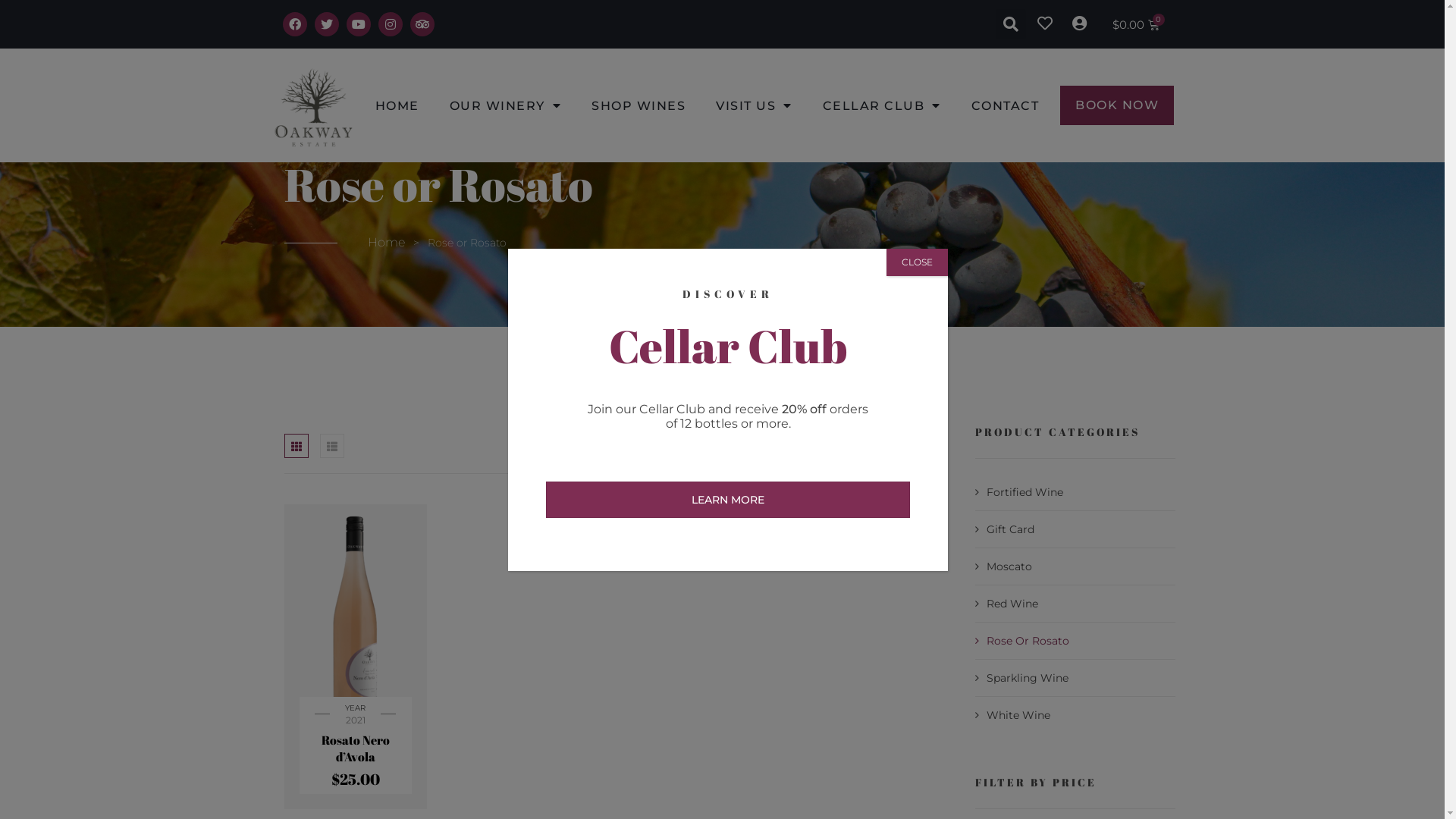 This screenshot has height=819, width=1456. I want to click on 'CONTACT', so click(1005, 104).